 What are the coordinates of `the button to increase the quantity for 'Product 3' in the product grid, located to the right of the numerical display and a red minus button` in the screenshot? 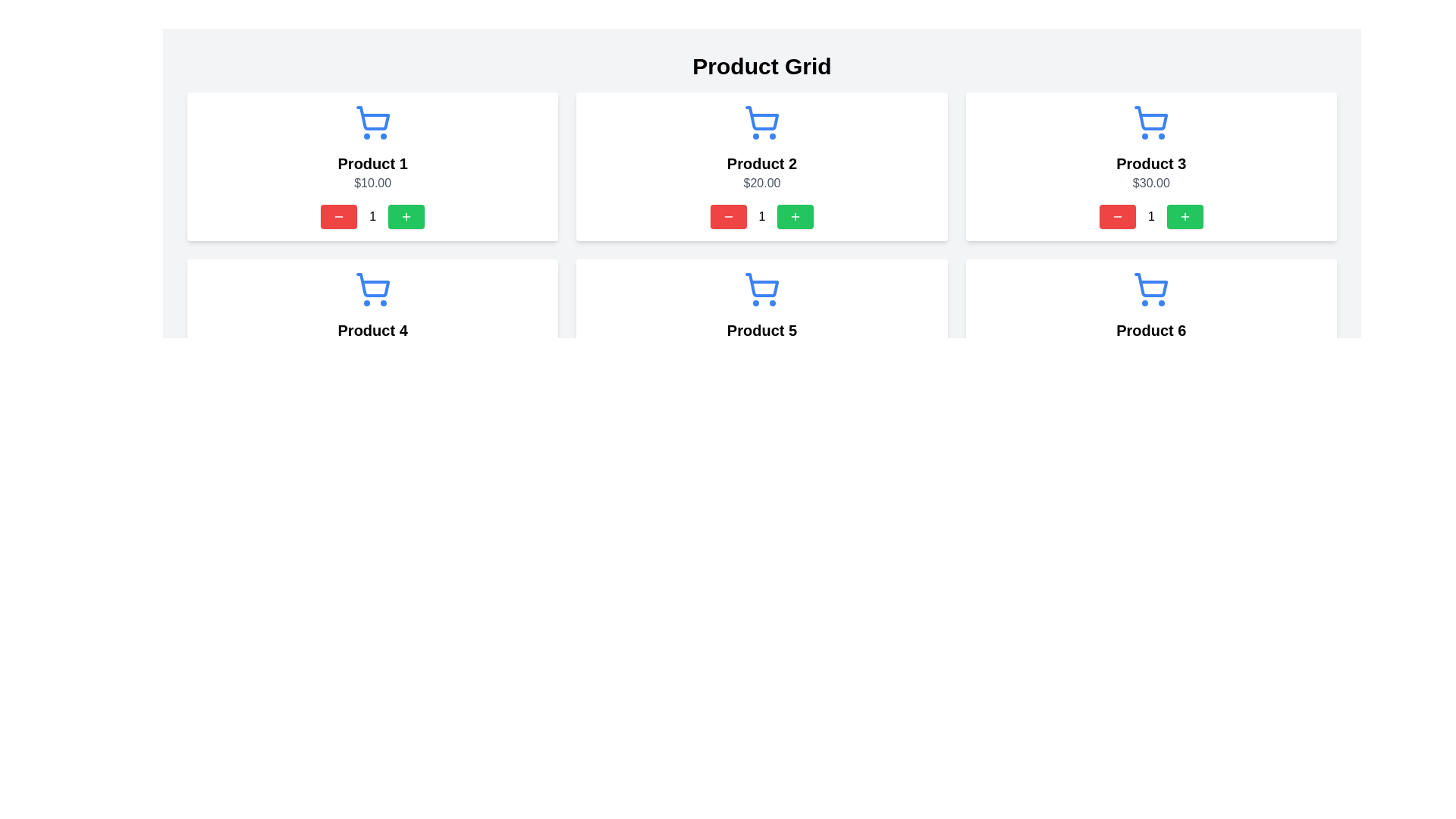 It's located at (1184, 216).